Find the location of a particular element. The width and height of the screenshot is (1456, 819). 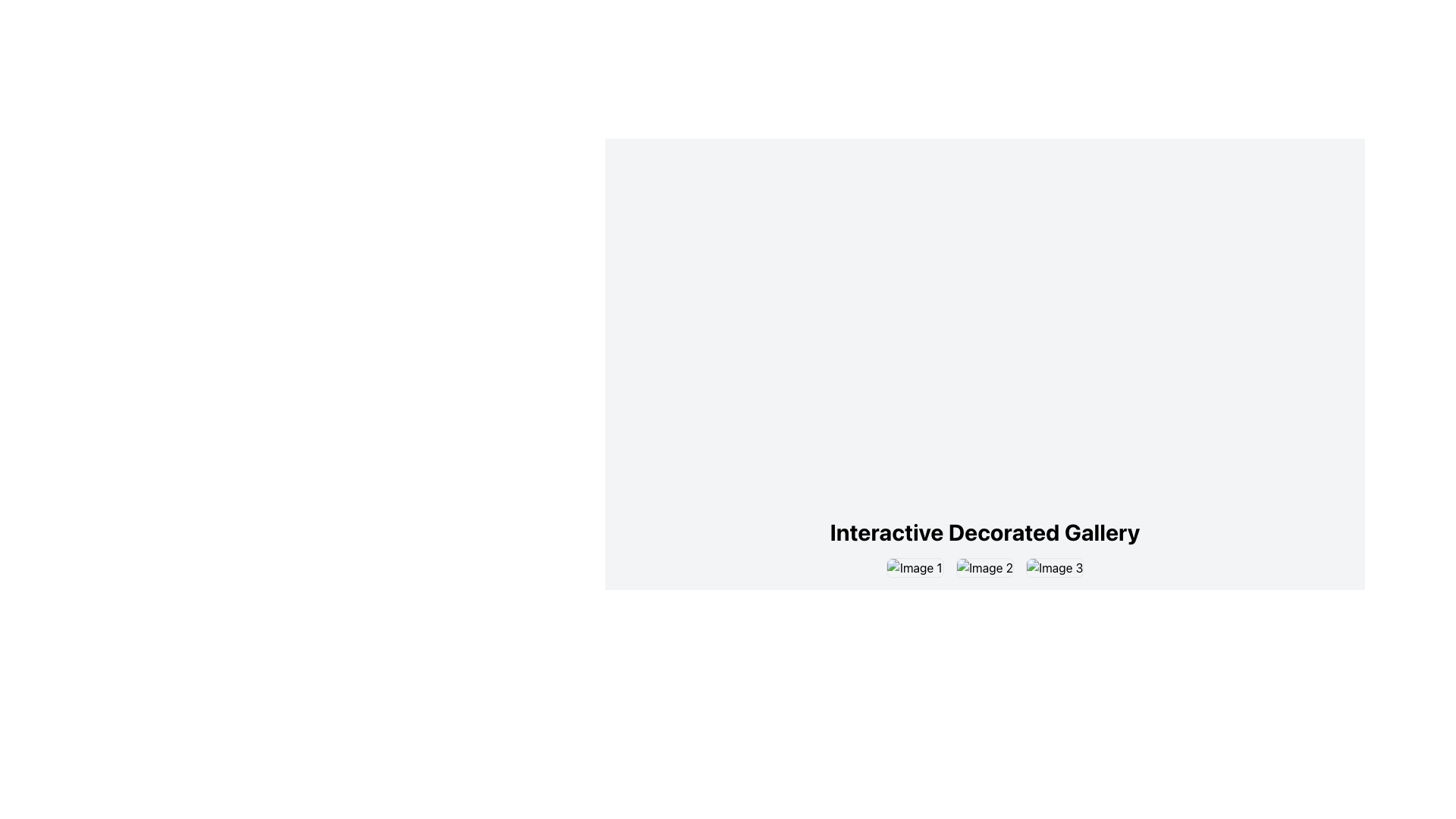

the camera icon graphic component located at the center-right of the interface, which serves as a visual representation of camera functionalities is located at coordinates (1054, 567).